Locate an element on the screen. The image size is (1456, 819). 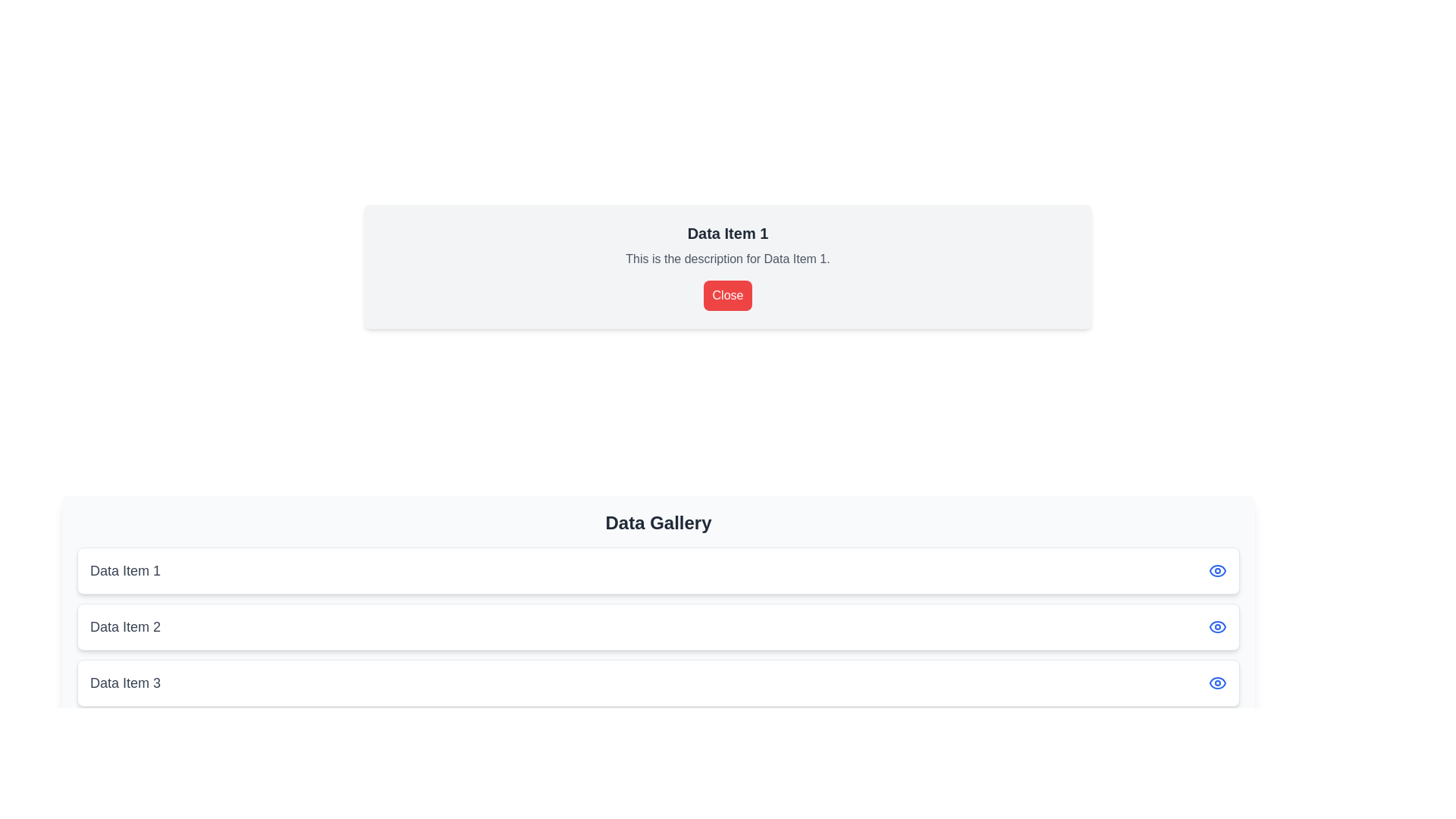
the blue eye icon located to the right of the text label 'Data Item 3' is located at coordinates (1218, 683).